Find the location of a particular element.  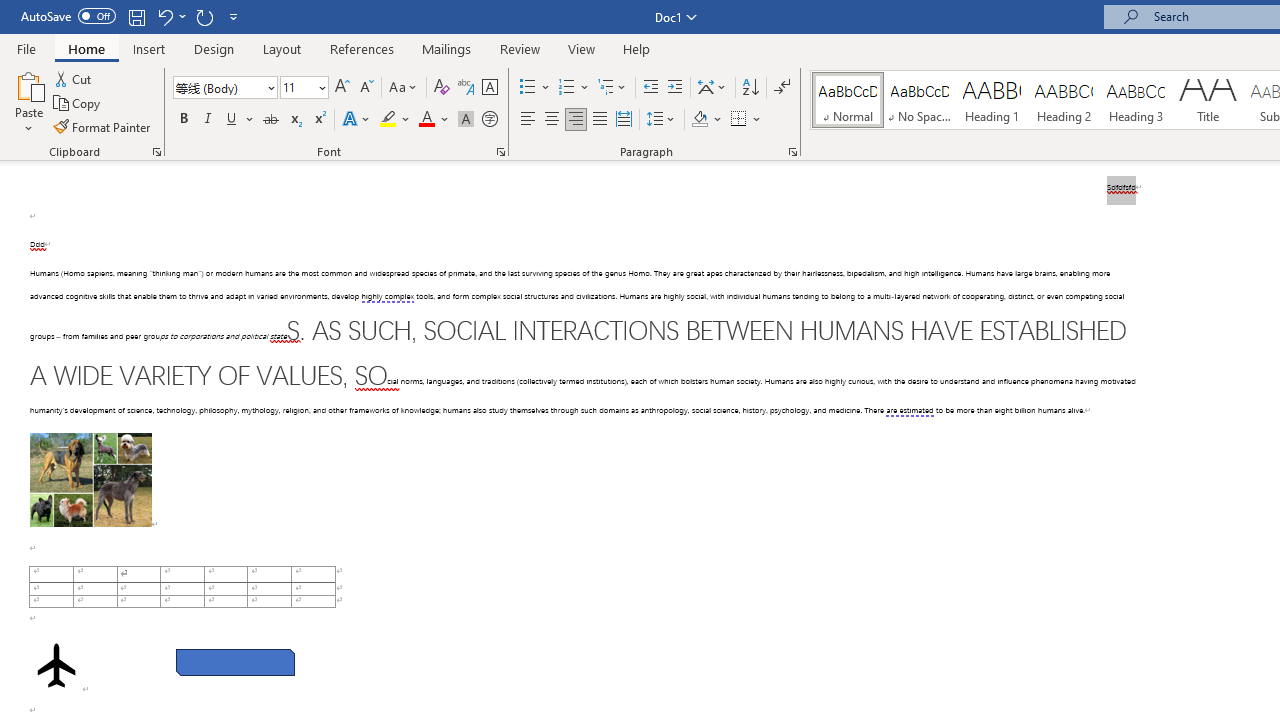

'Undo Paragraph Alignment' is located at coordinates (170, 16).